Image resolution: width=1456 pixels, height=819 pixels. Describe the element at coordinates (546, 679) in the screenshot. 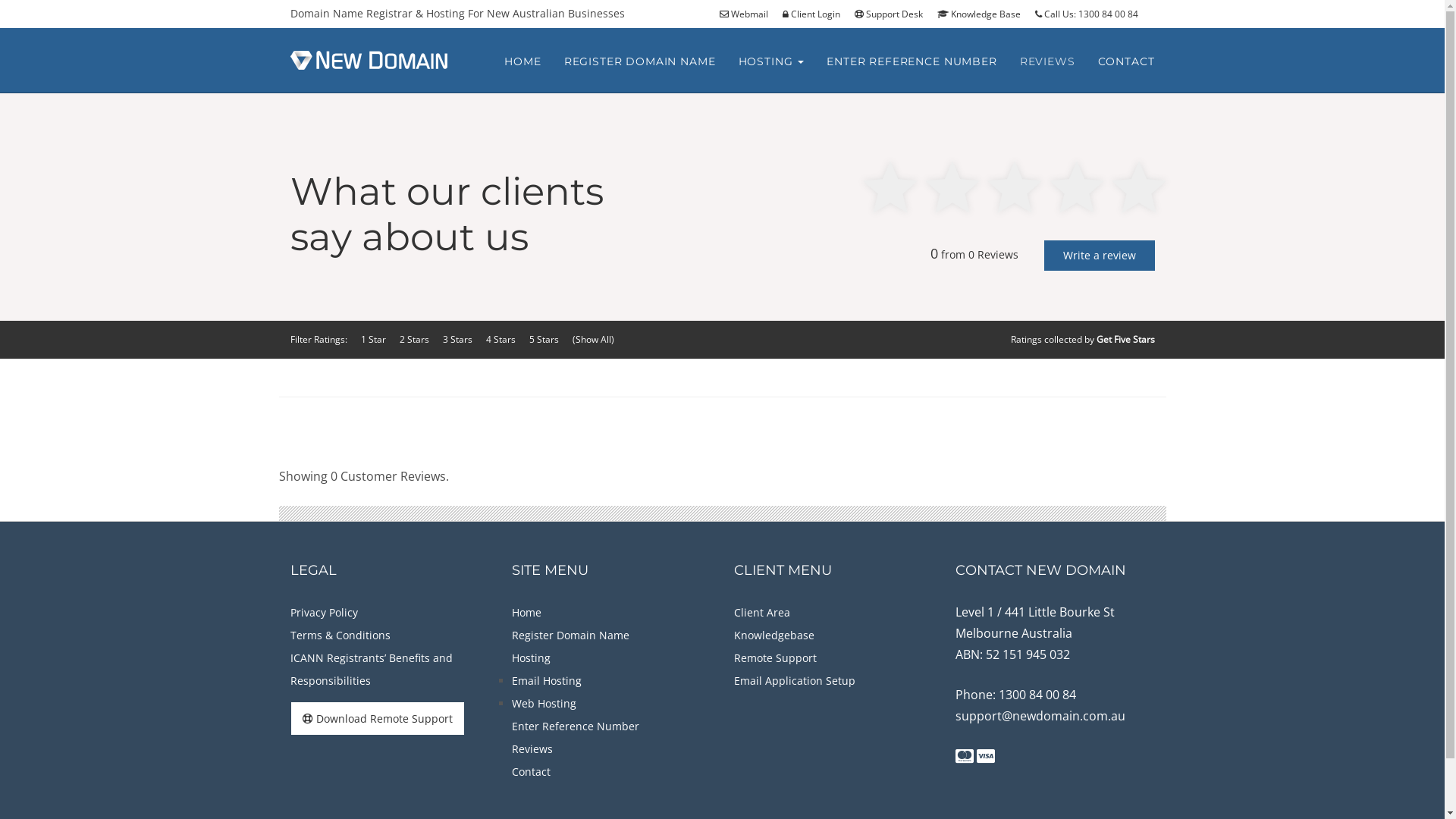

I see `'Email Hosting'` at that location.